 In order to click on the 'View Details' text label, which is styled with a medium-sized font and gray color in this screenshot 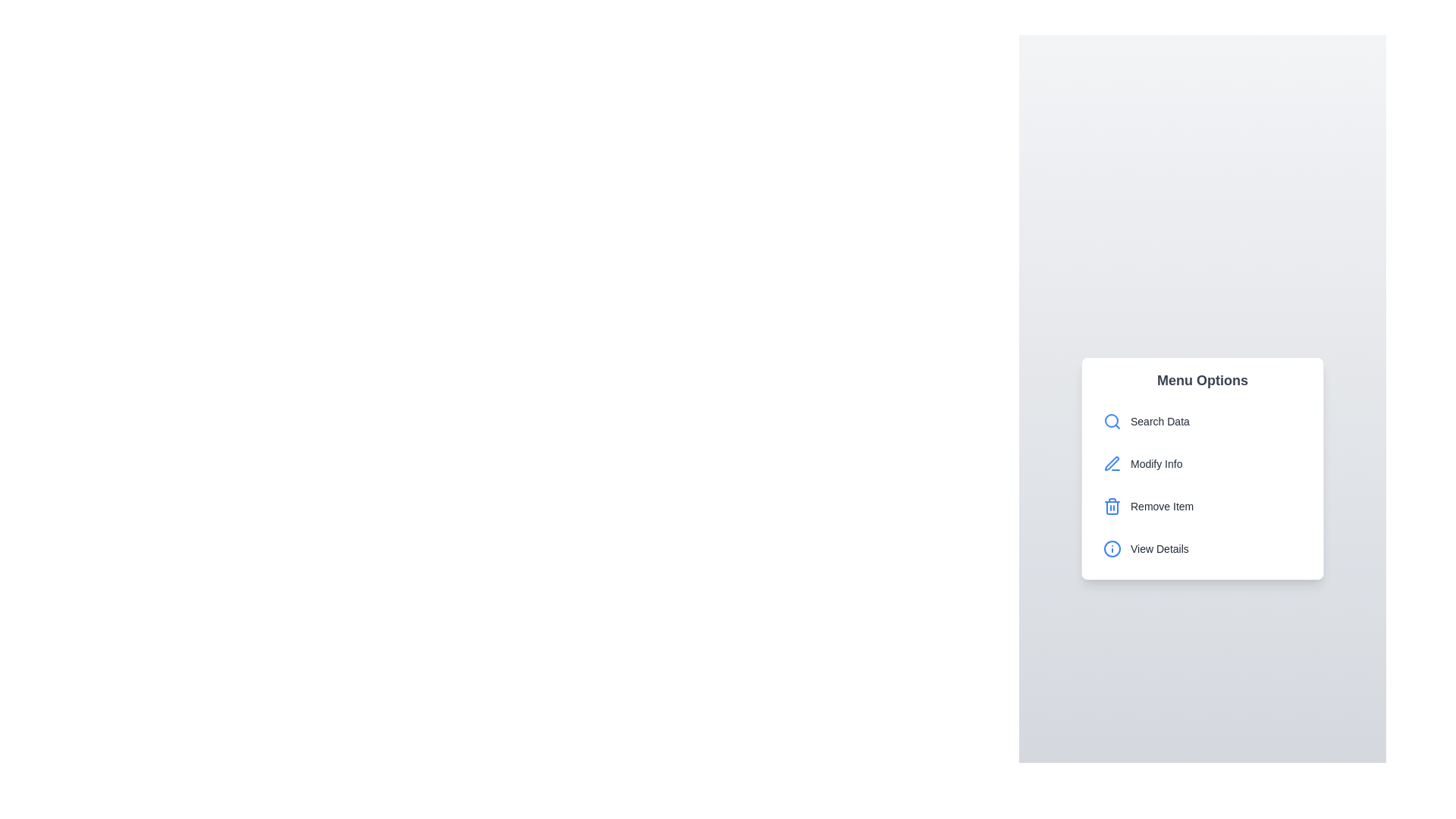, I will do `click(1159, 549)`.